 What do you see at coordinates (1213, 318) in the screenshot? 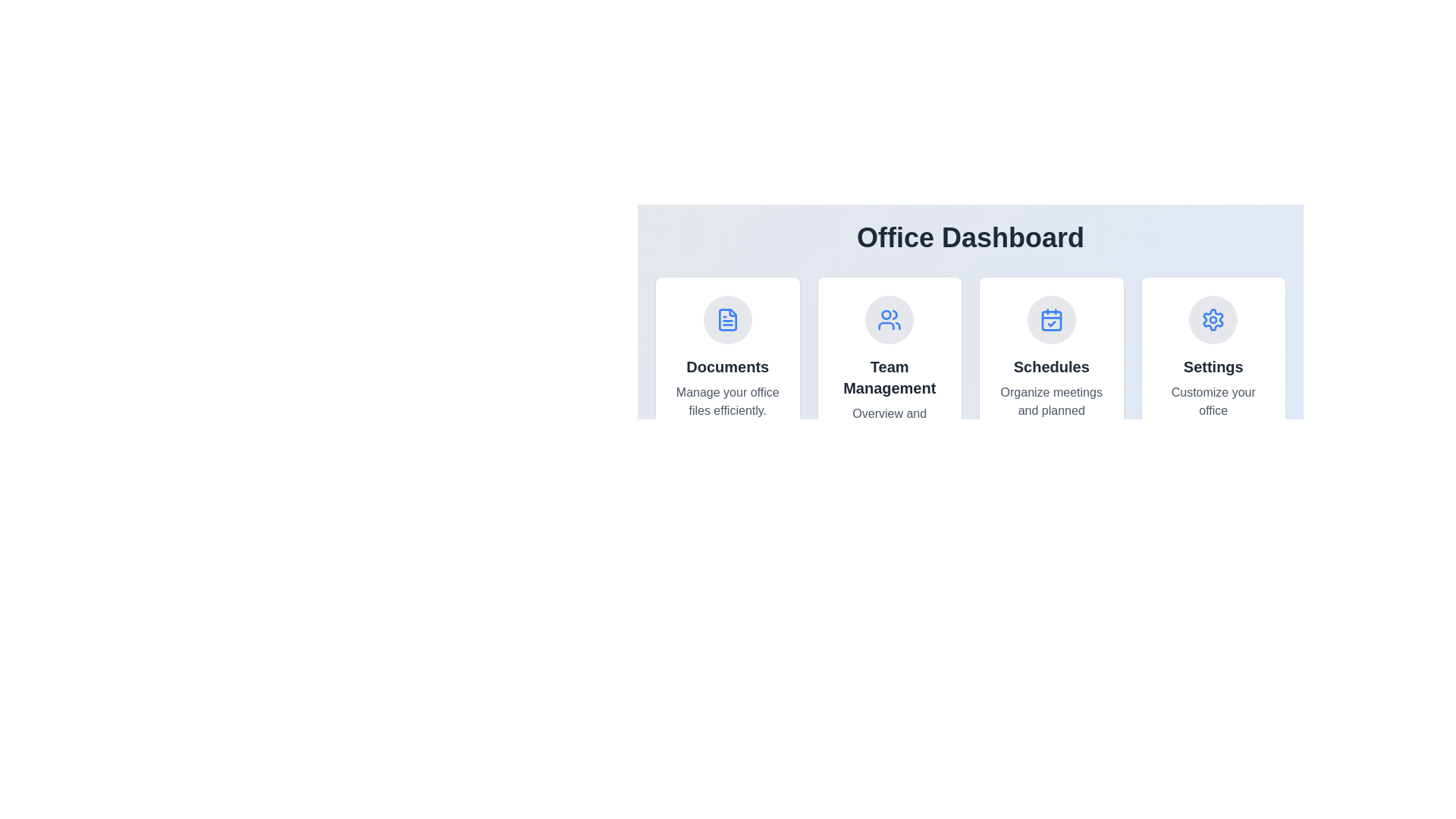
I see `the visual representation of the 'Settings' icon located above the text 'Settings' and 'Customize your office configurations.'` at bounding box center [1213, 318].